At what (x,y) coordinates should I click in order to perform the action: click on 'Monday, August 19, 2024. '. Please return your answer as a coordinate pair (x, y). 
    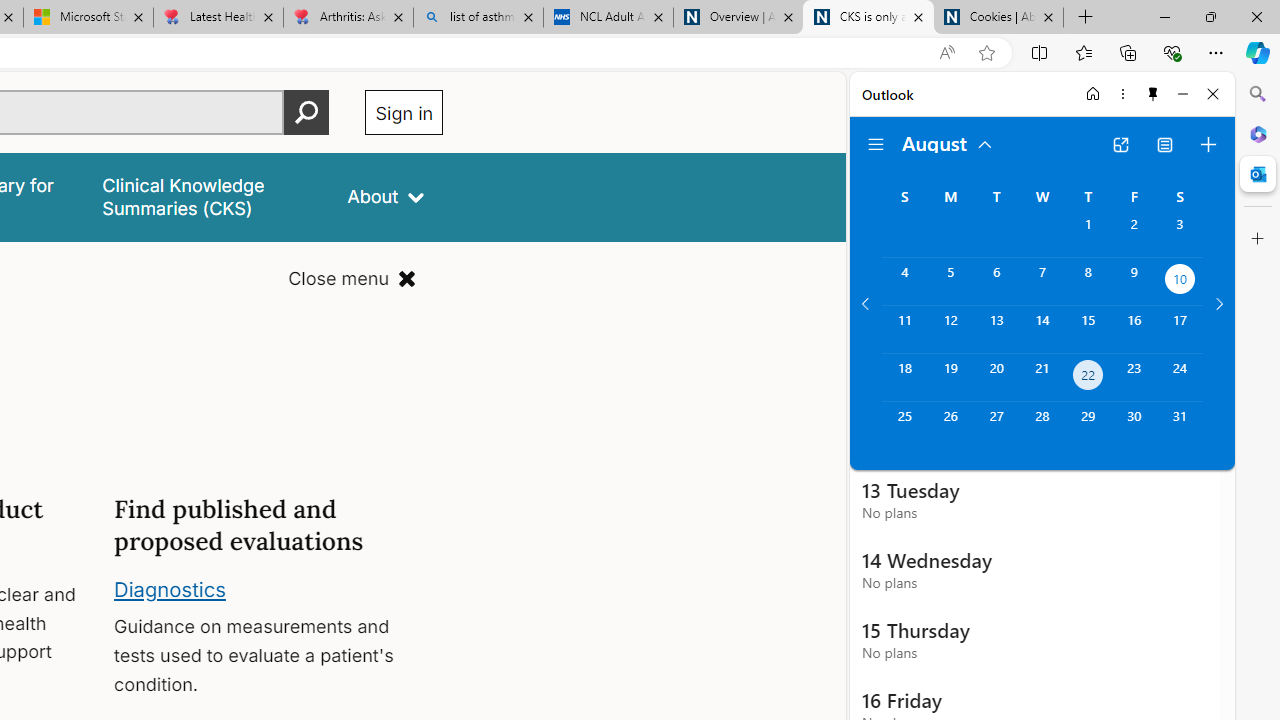
    Looking at the image, I should click on (949, 377).